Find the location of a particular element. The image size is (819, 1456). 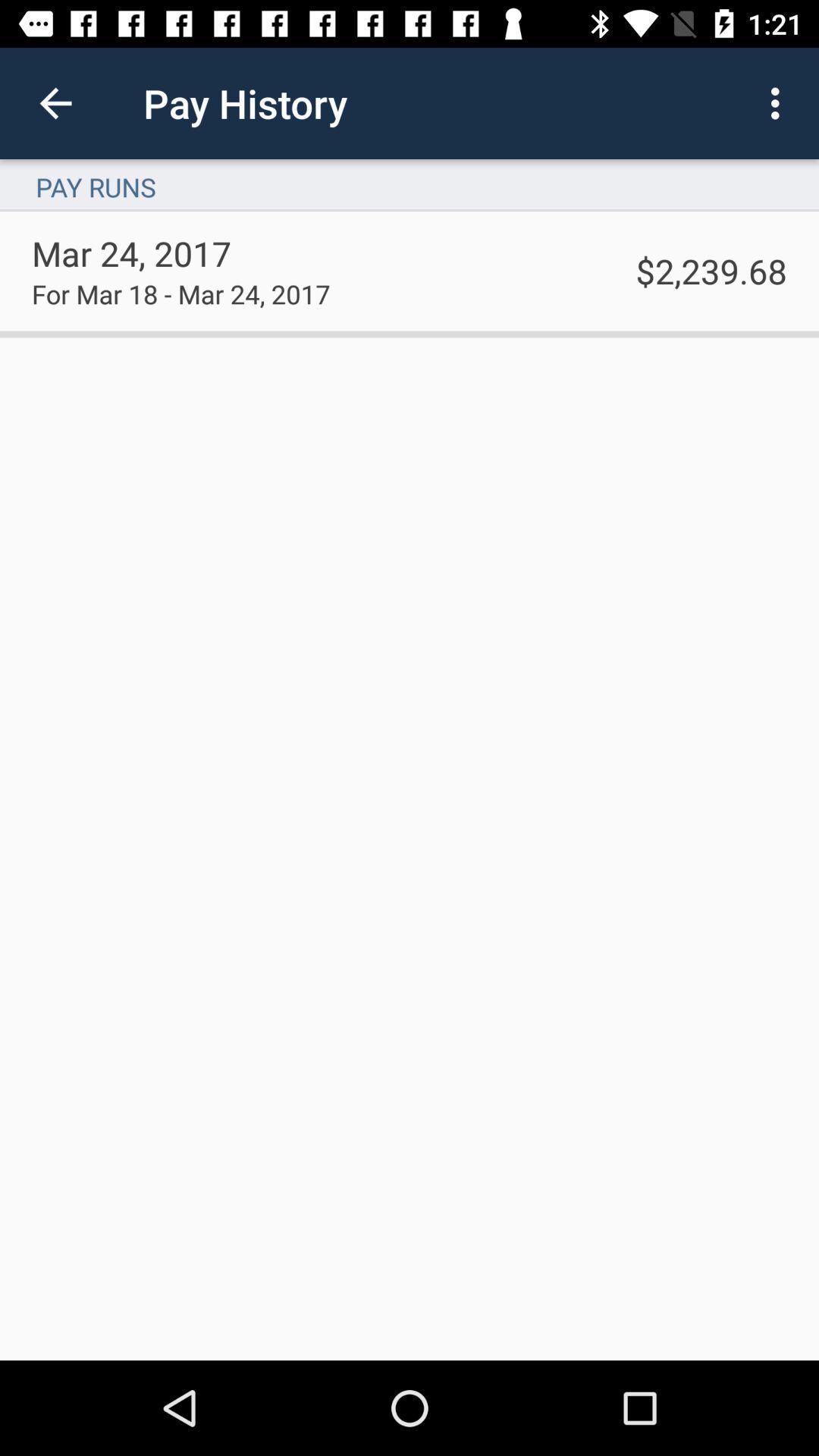

the item to the left of $2,239.68 icon is located at coordinates (180, 293).